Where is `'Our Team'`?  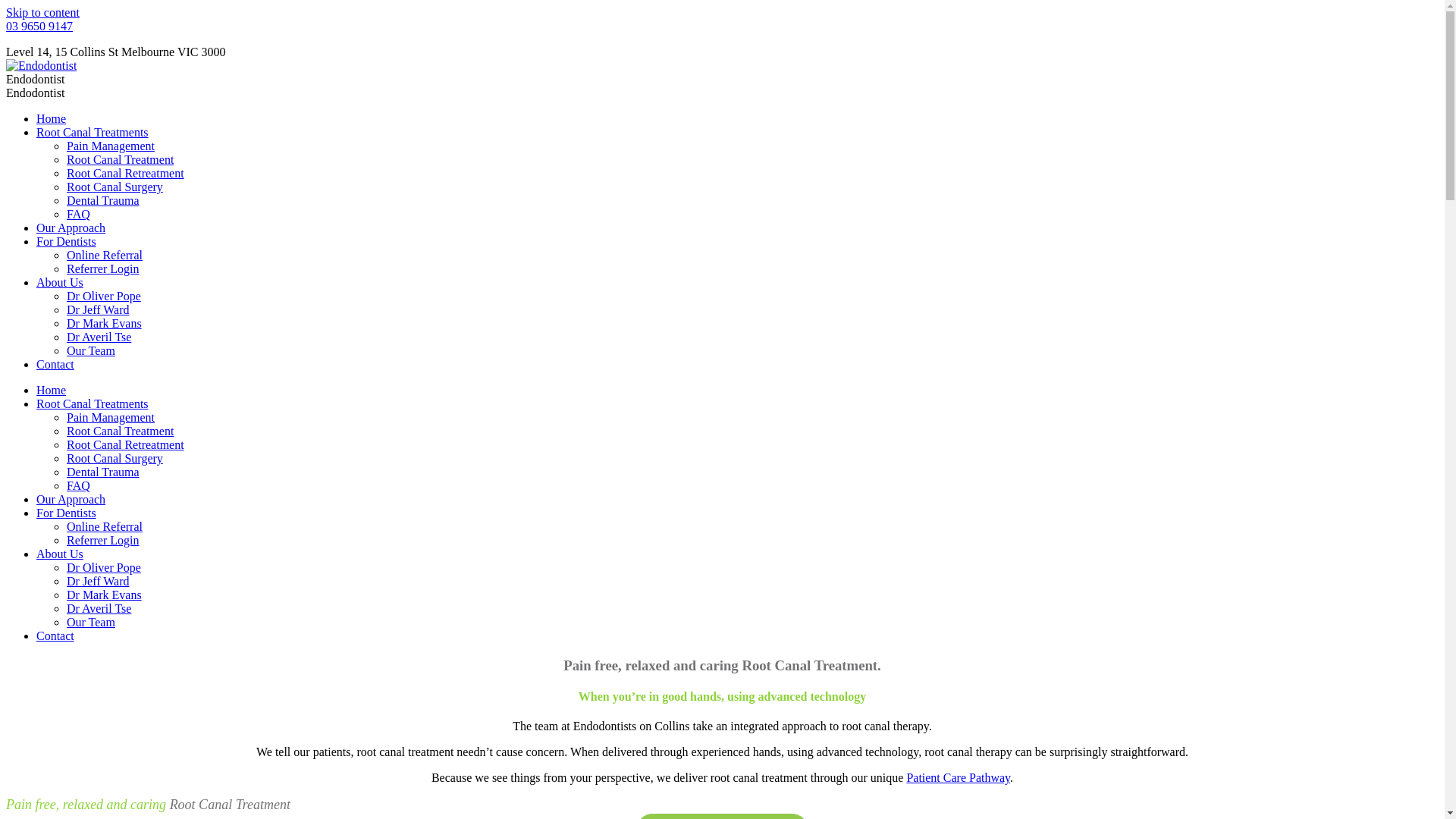
'Our Team' is located at coordinates (90, 350).